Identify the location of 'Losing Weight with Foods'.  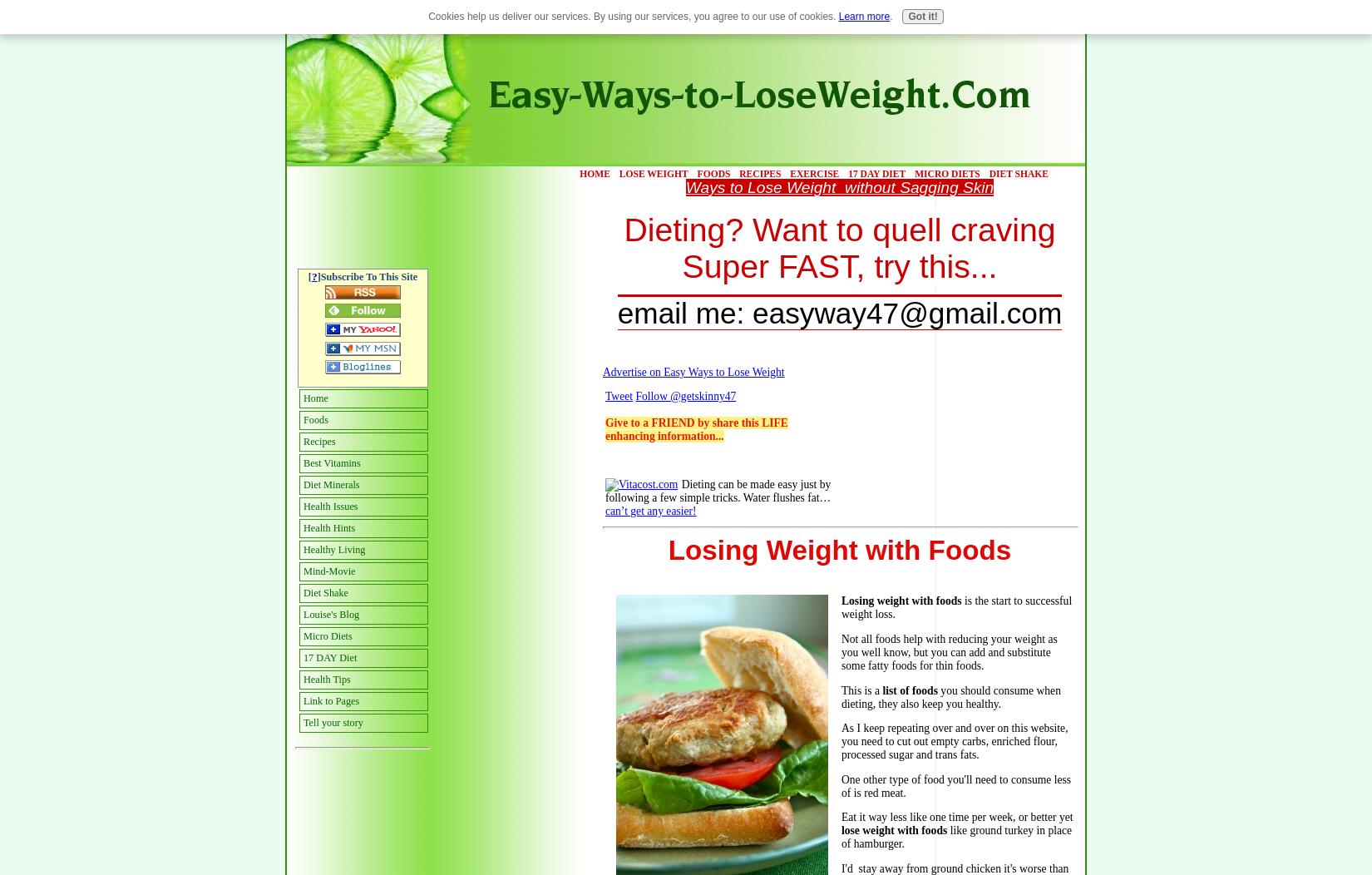
(839, 548).